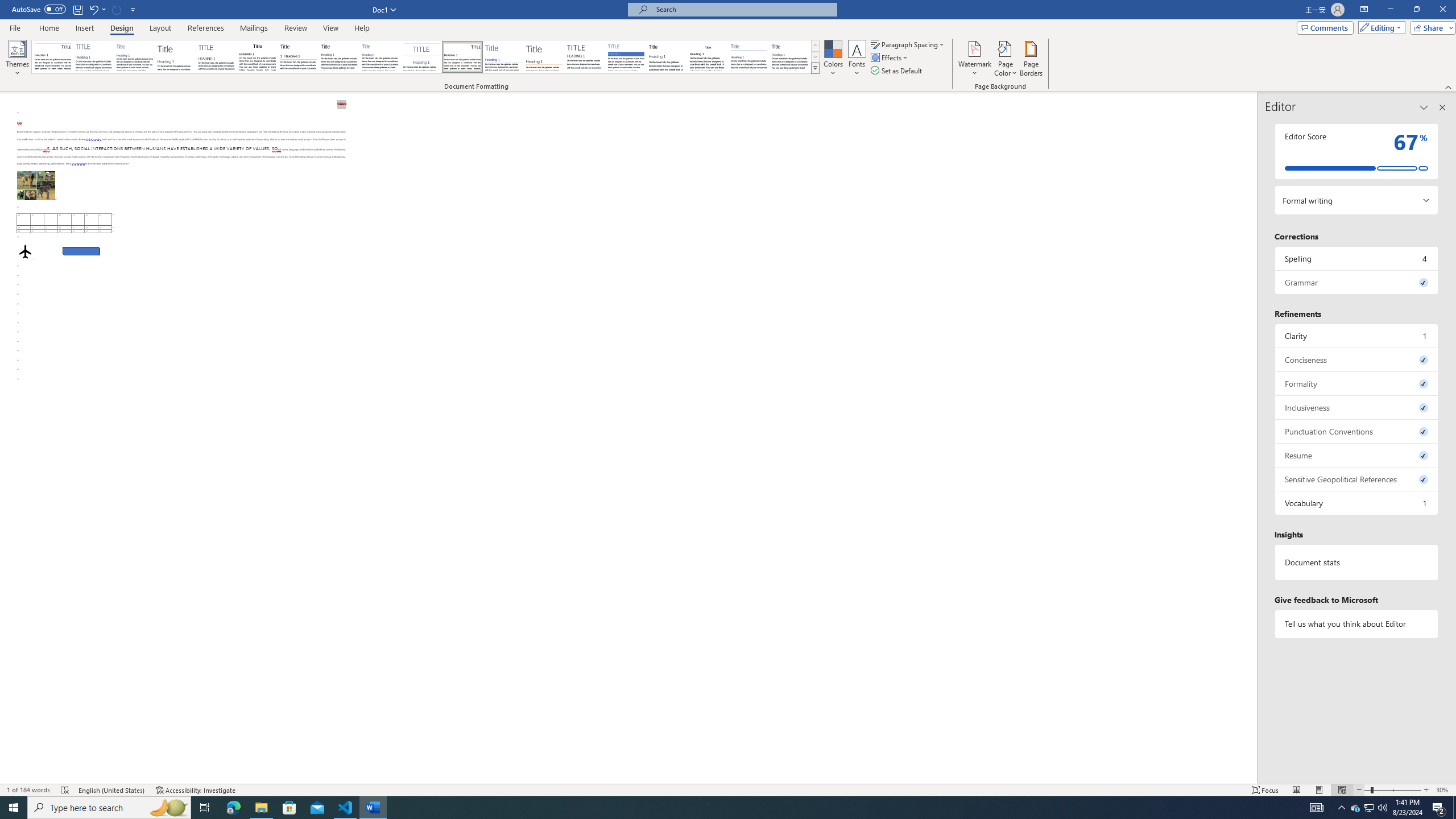 The height and width of the screenshot is (819, 1456). I want to click on 'Mailings', so click(253, 28).